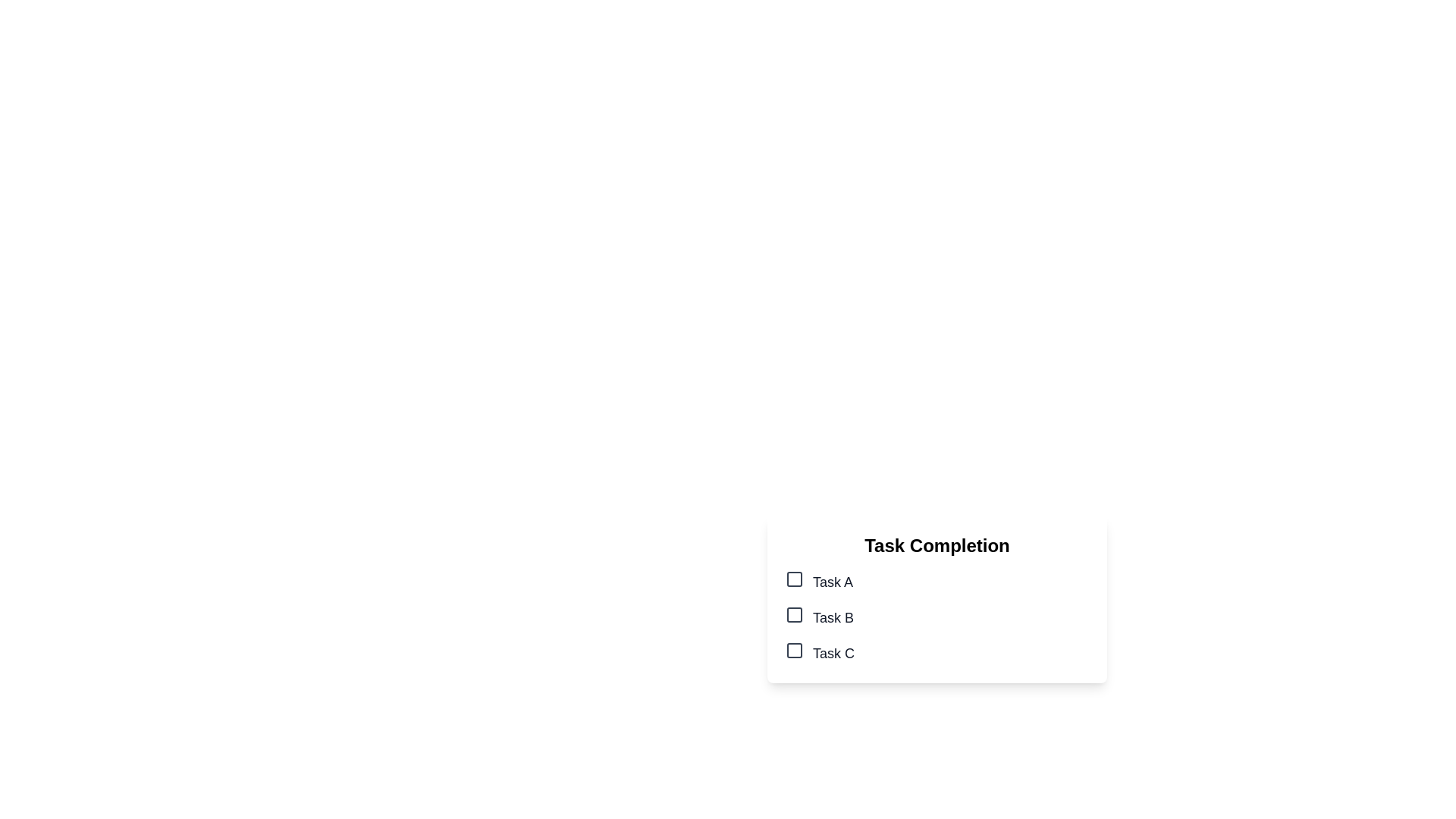 The image size is (1456, 819). I want to click on the checkbox indicator for 'Task A', so click(793, 579).